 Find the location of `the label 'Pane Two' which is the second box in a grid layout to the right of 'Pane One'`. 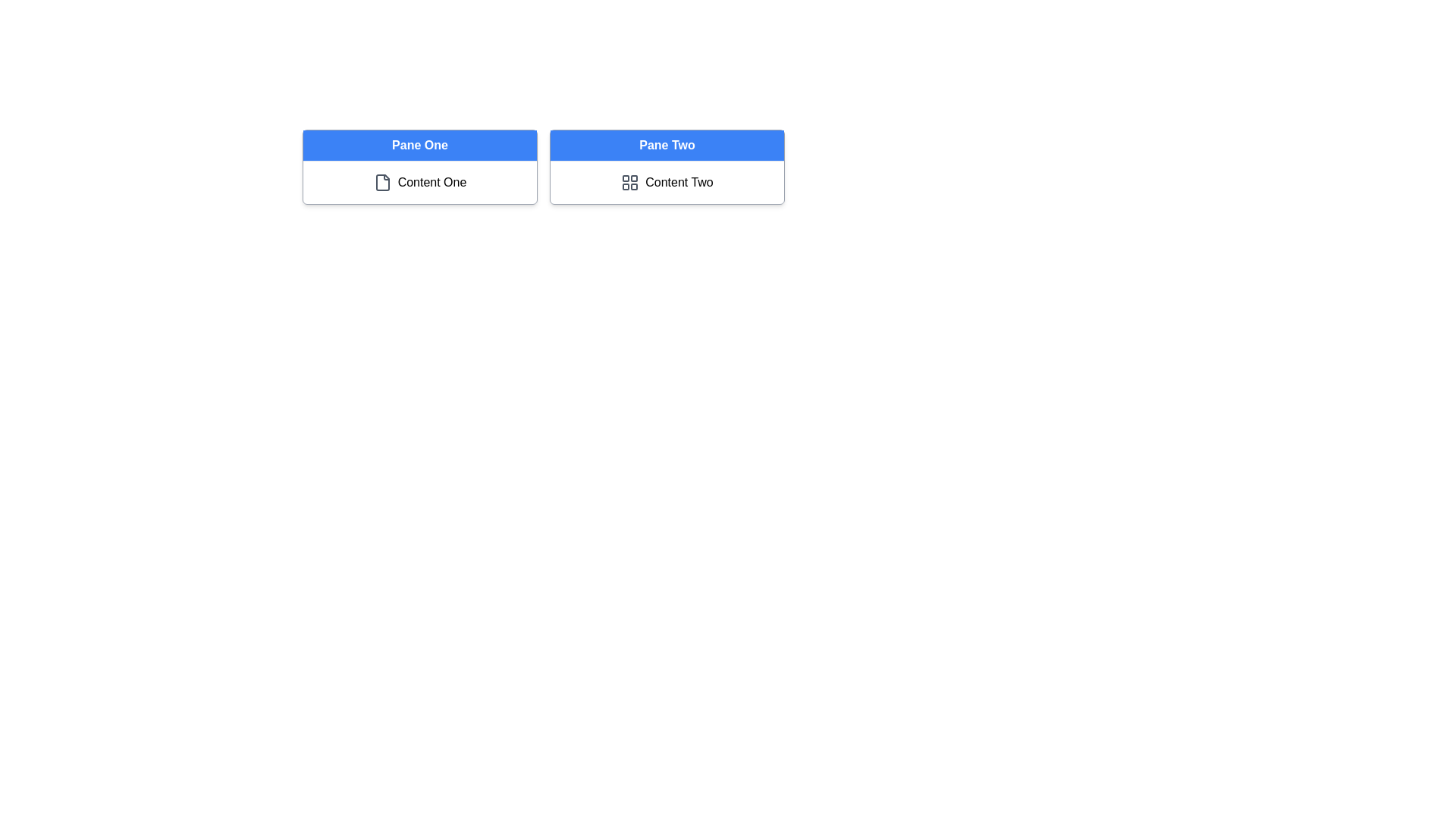

the label 'Pane Two' which is the second box in a grid layout to the right of 'Pane One' is located at coordinates (667, 167).